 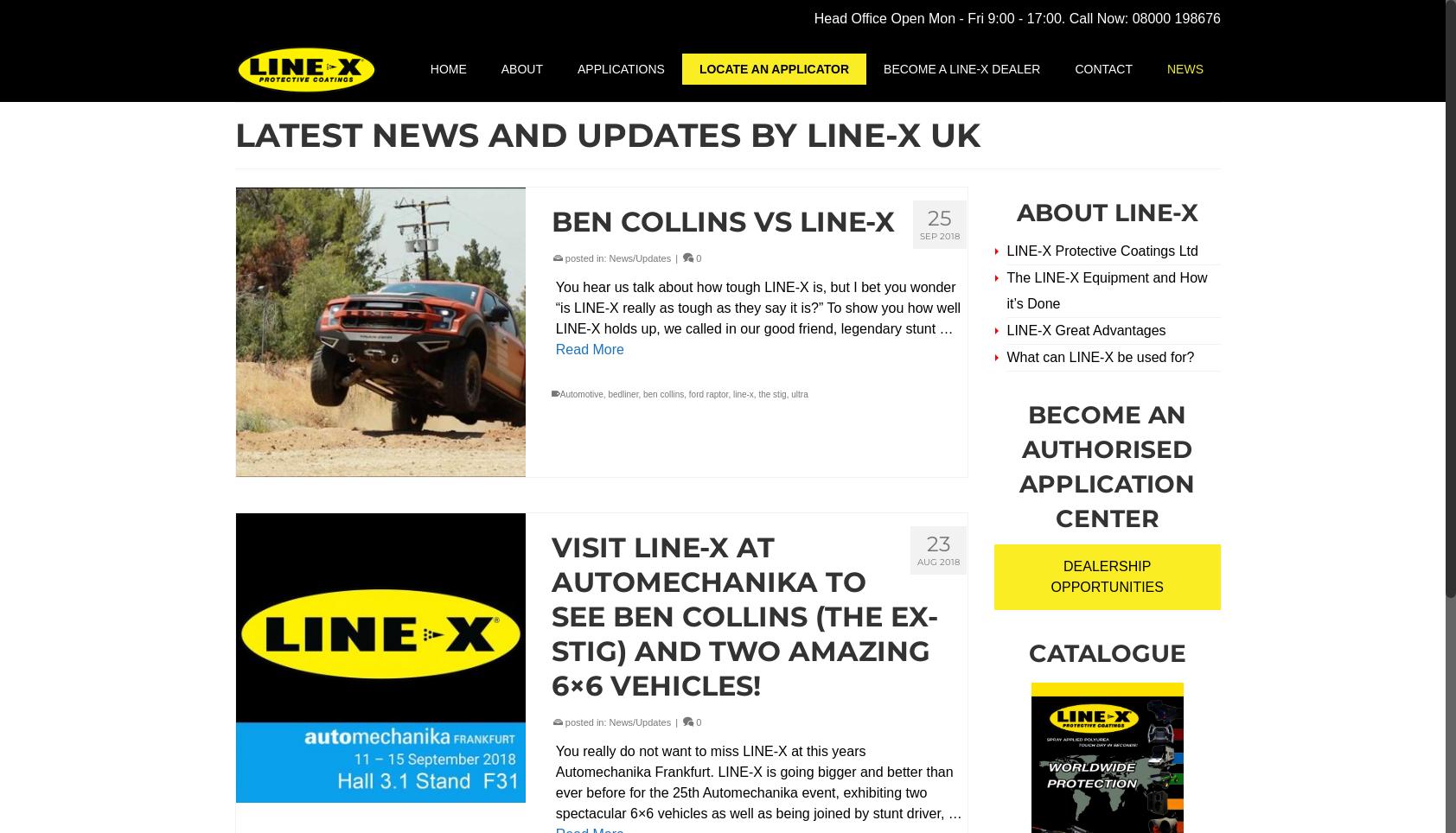 I want to click on 'Dealership Opportunities', so click(x=1050, y=575).